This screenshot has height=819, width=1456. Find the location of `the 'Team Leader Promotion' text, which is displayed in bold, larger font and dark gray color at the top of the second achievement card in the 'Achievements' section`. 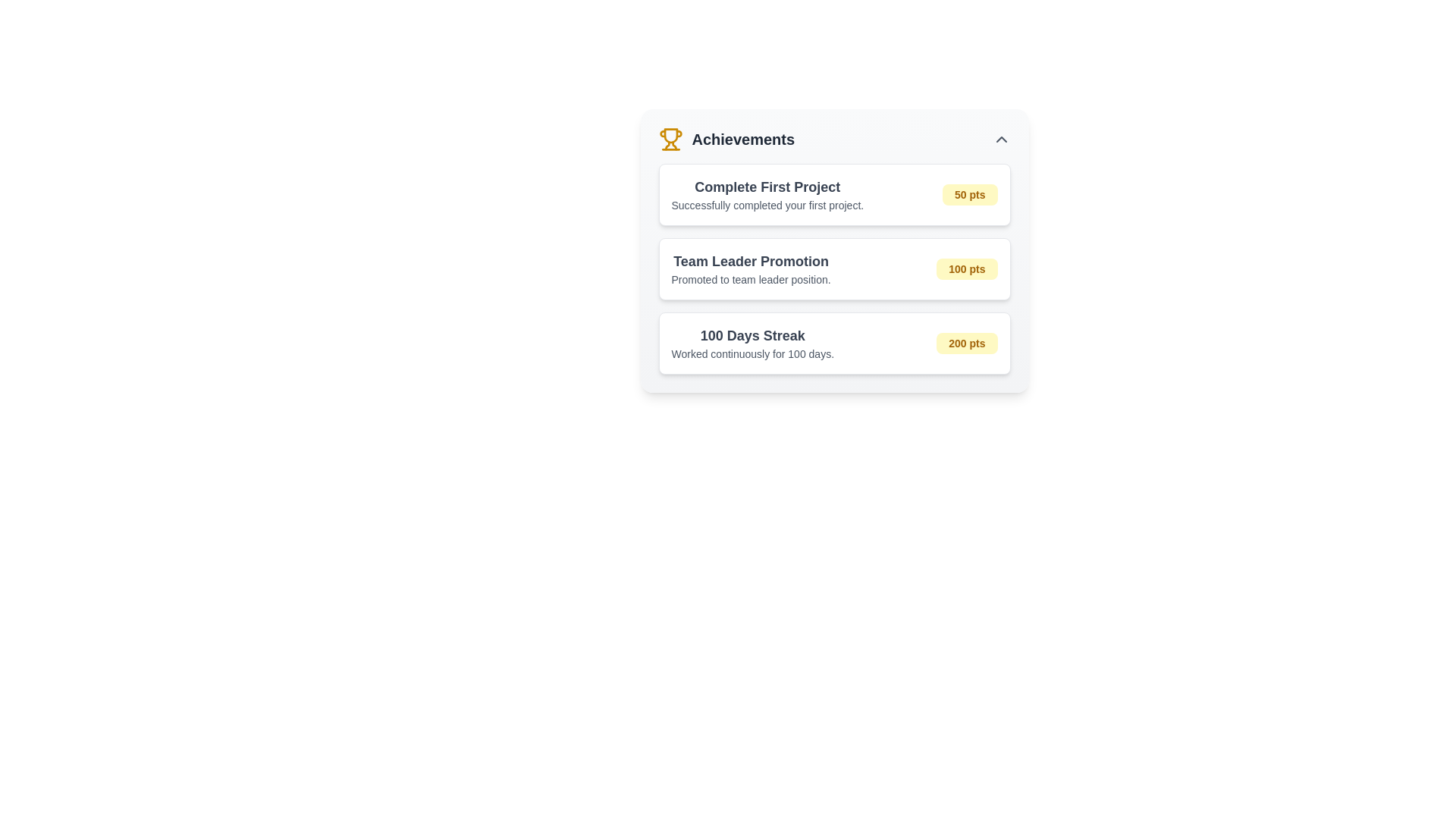

the 'Team Leader Promotion' text, which is displayed in bold, larger font and dark gray color at the top of the second achievement card in the 'Achievements' section is located at coordinates (751, 260).